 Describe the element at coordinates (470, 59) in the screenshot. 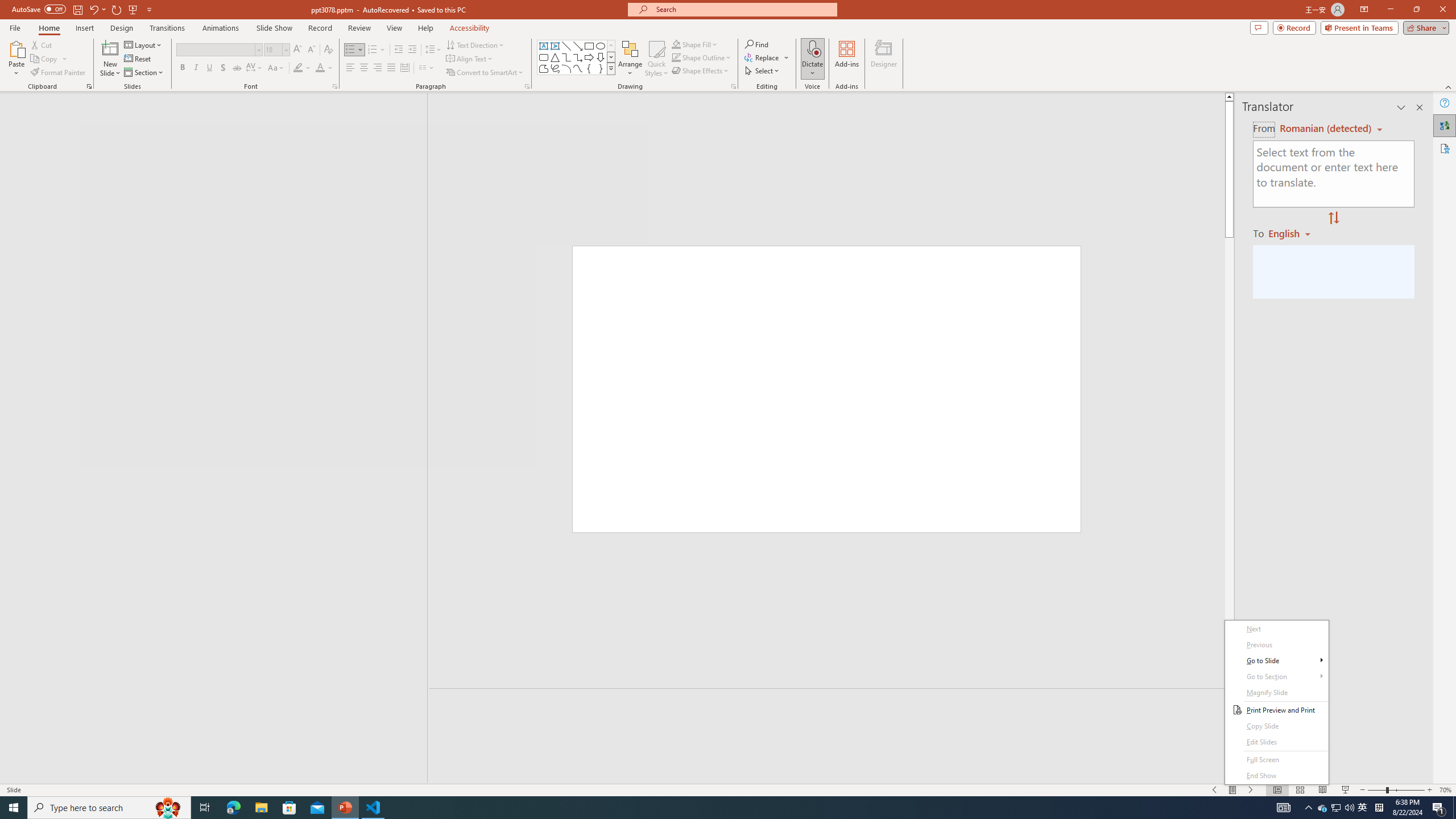

I see `'Align Text'` at that location.